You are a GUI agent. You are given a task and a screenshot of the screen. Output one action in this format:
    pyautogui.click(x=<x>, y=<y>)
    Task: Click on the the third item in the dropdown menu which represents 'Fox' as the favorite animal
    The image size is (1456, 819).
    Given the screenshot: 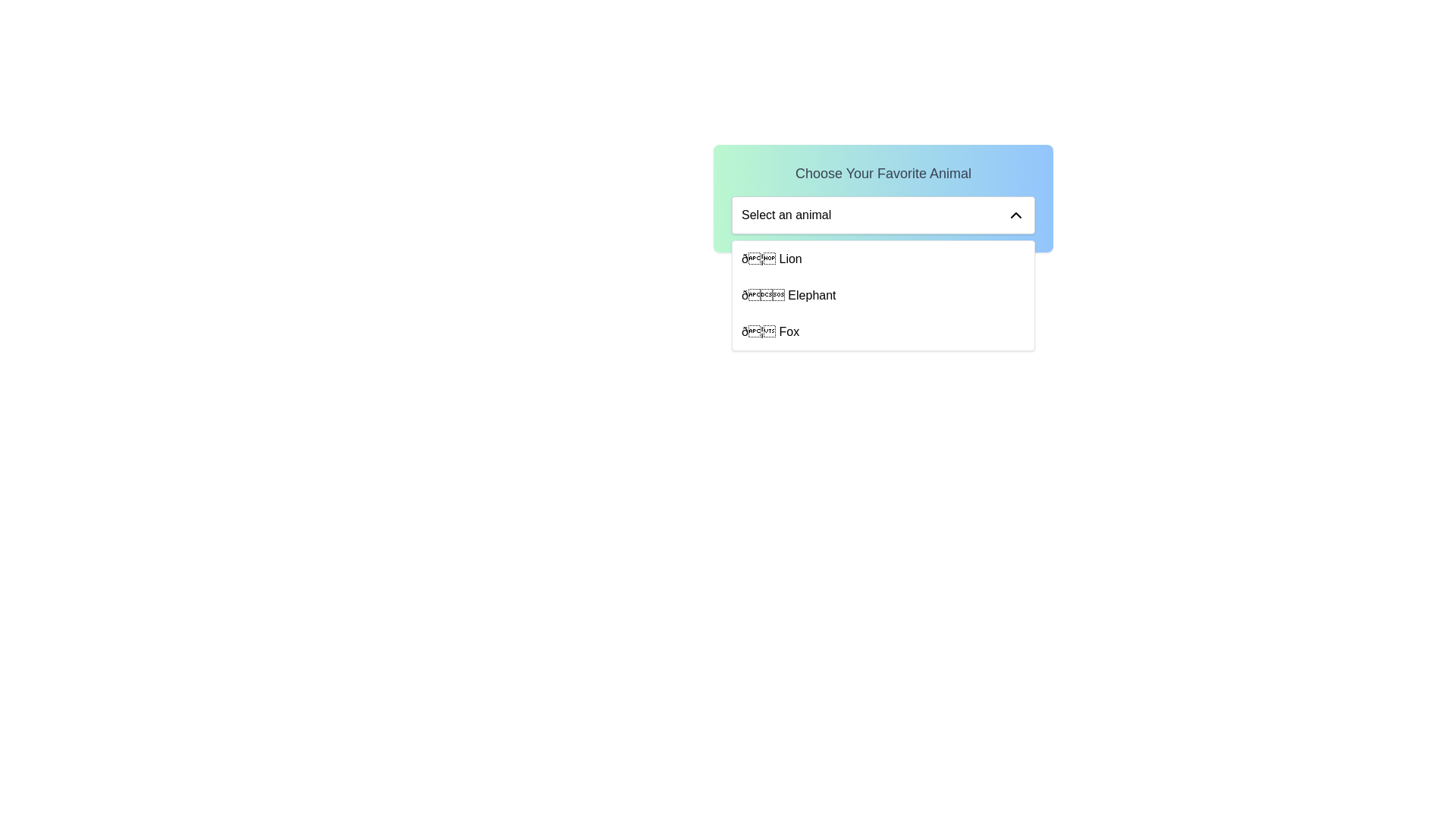 What is the action you would take?
    pyautogui.click(x=770, y=331)
    